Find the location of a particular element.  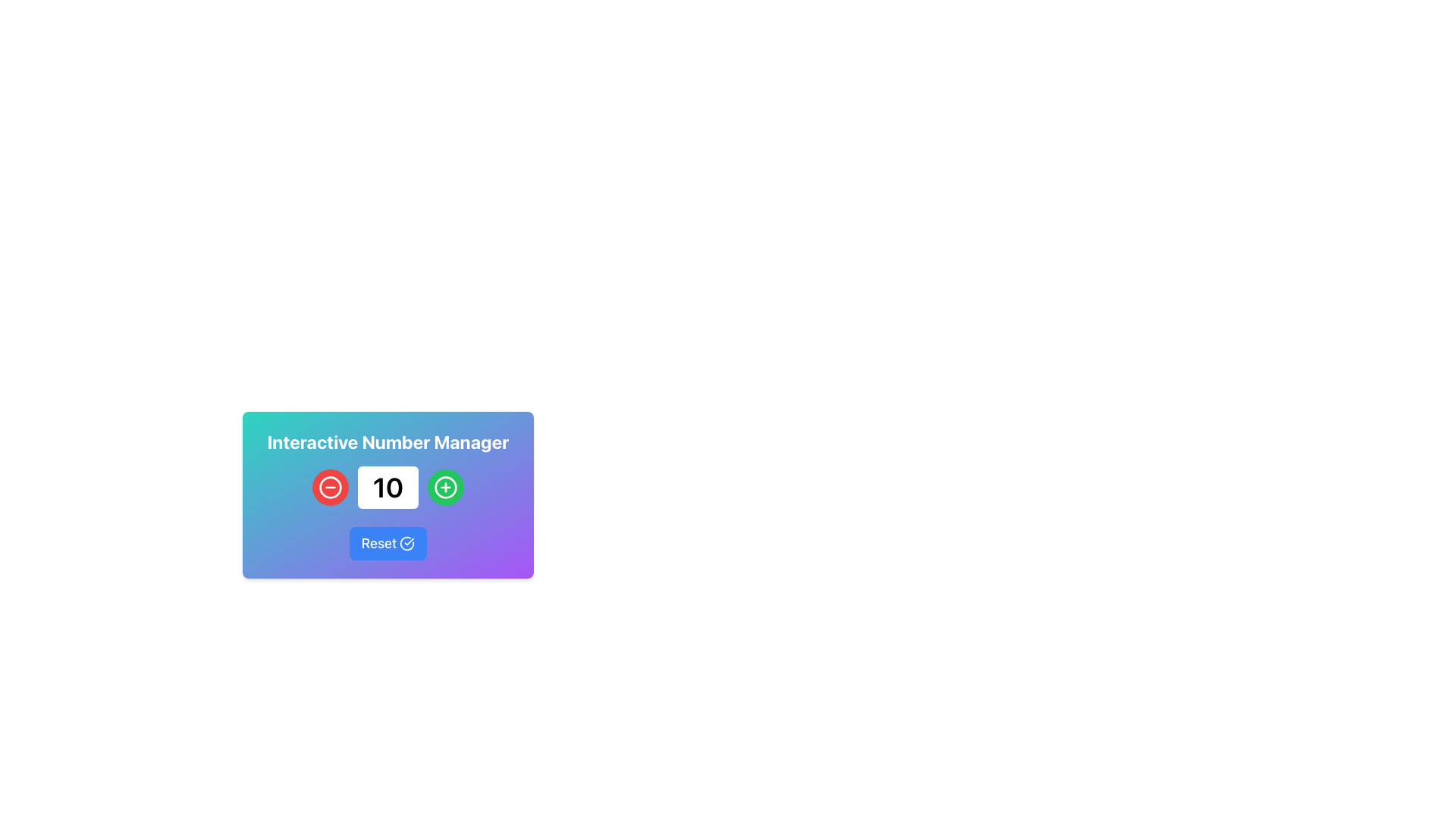

current count value displayed in the Text Display element located at the center of the 'Interactive Number Manager' layout is located at coordinates (388, 488).